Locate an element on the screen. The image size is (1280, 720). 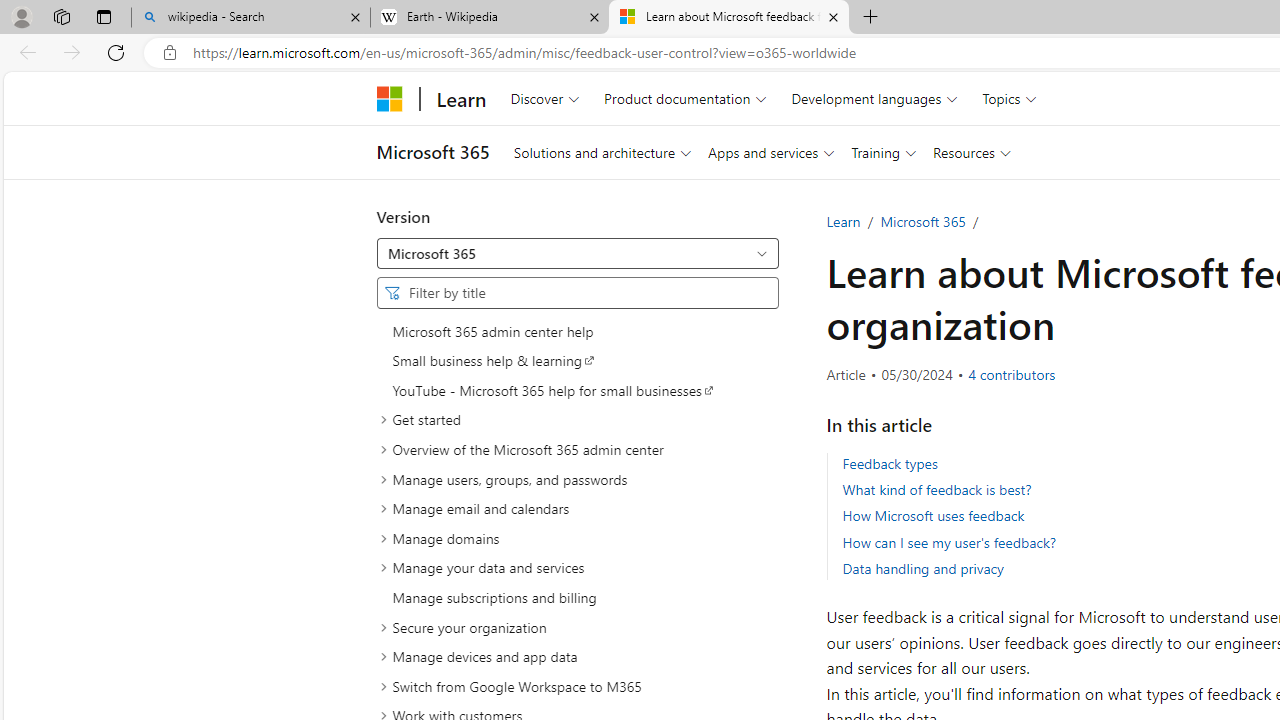
'Solutions and architecture' is located at coordinates (601, 151).